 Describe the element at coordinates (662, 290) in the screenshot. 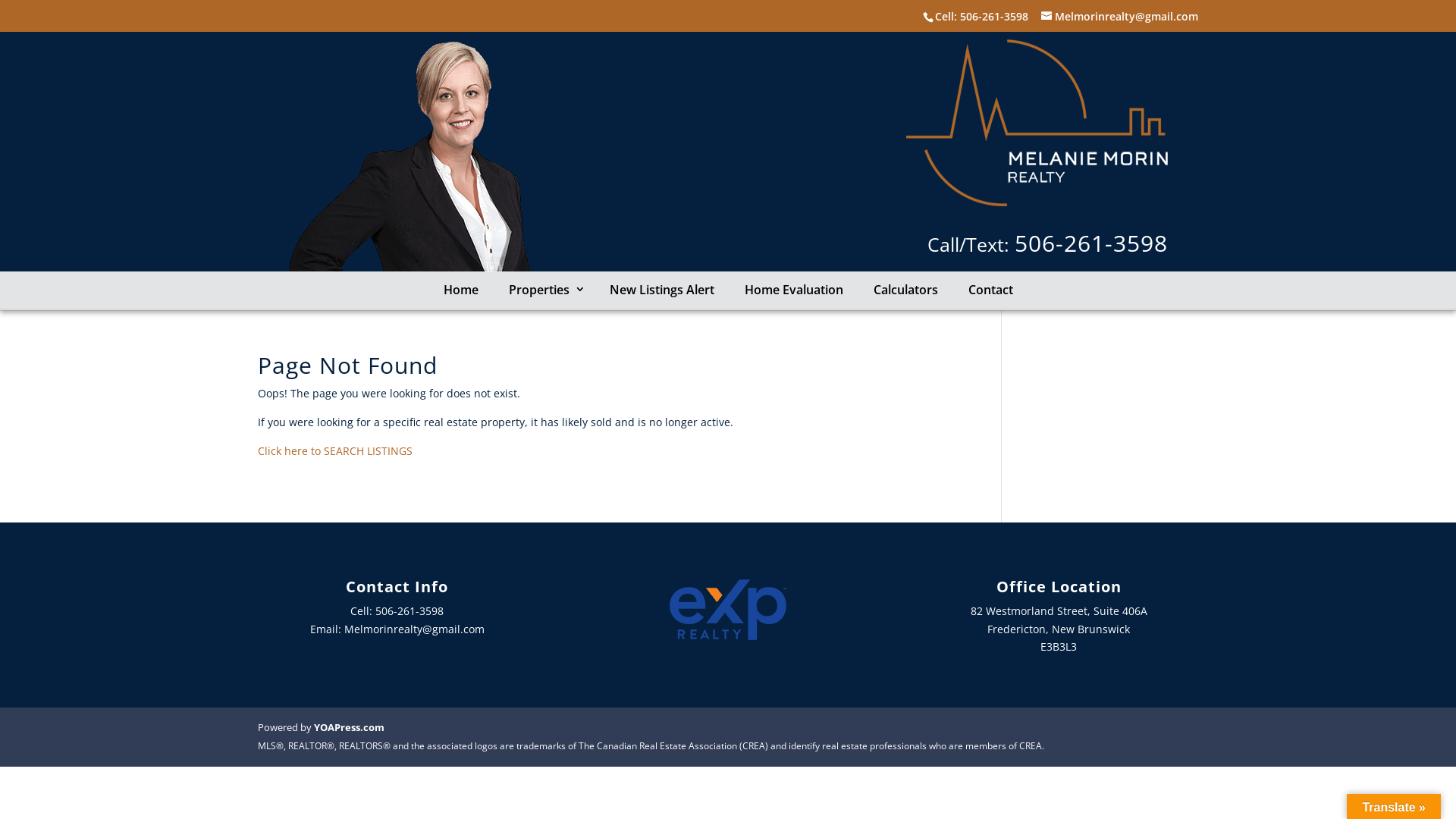

I see `'New Listings Alert'` at that location.